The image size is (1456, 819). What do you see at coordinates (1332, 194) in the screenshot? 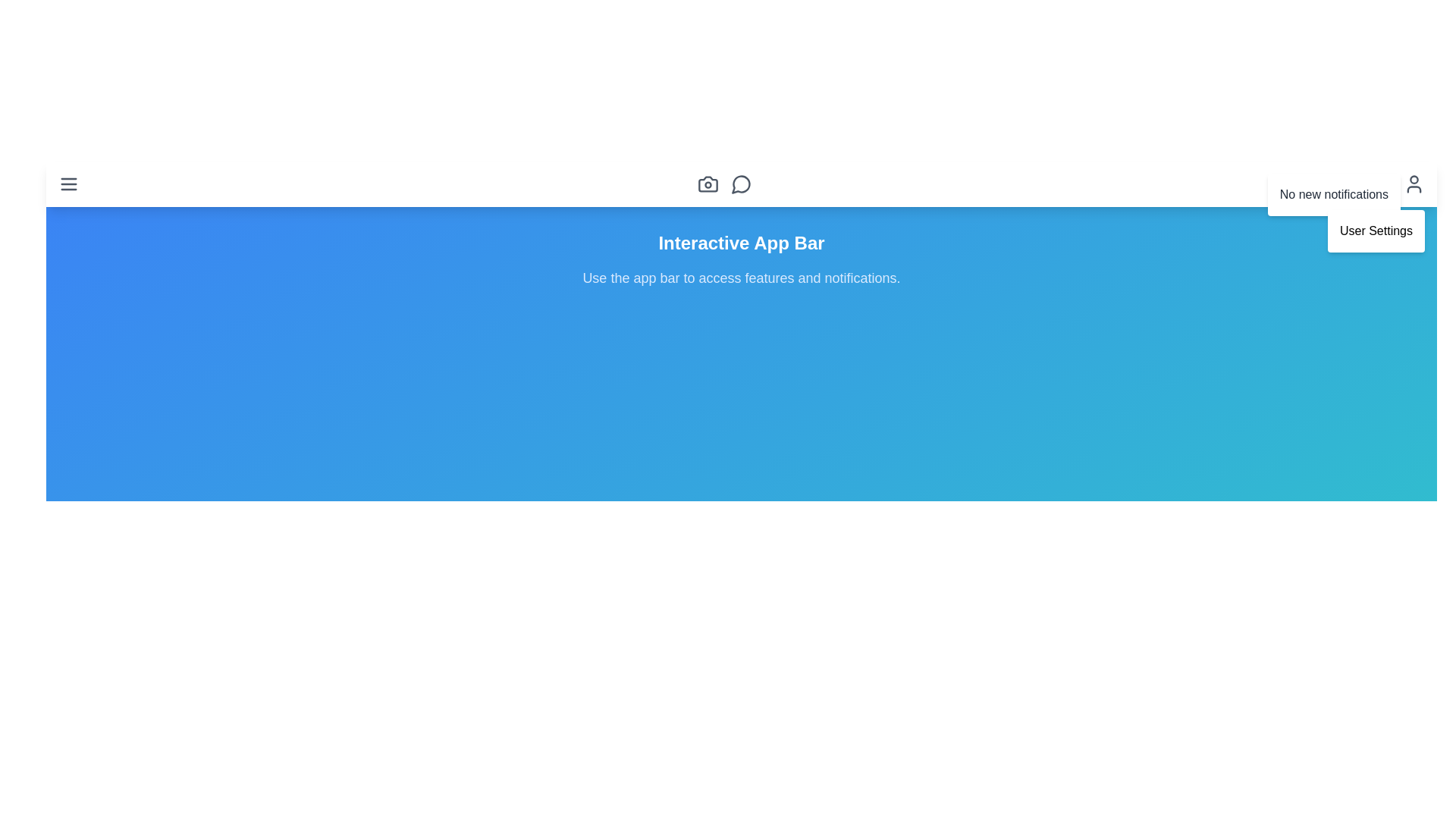
I see `the 'No new notifications' message` at bounding box center [1332, 194].